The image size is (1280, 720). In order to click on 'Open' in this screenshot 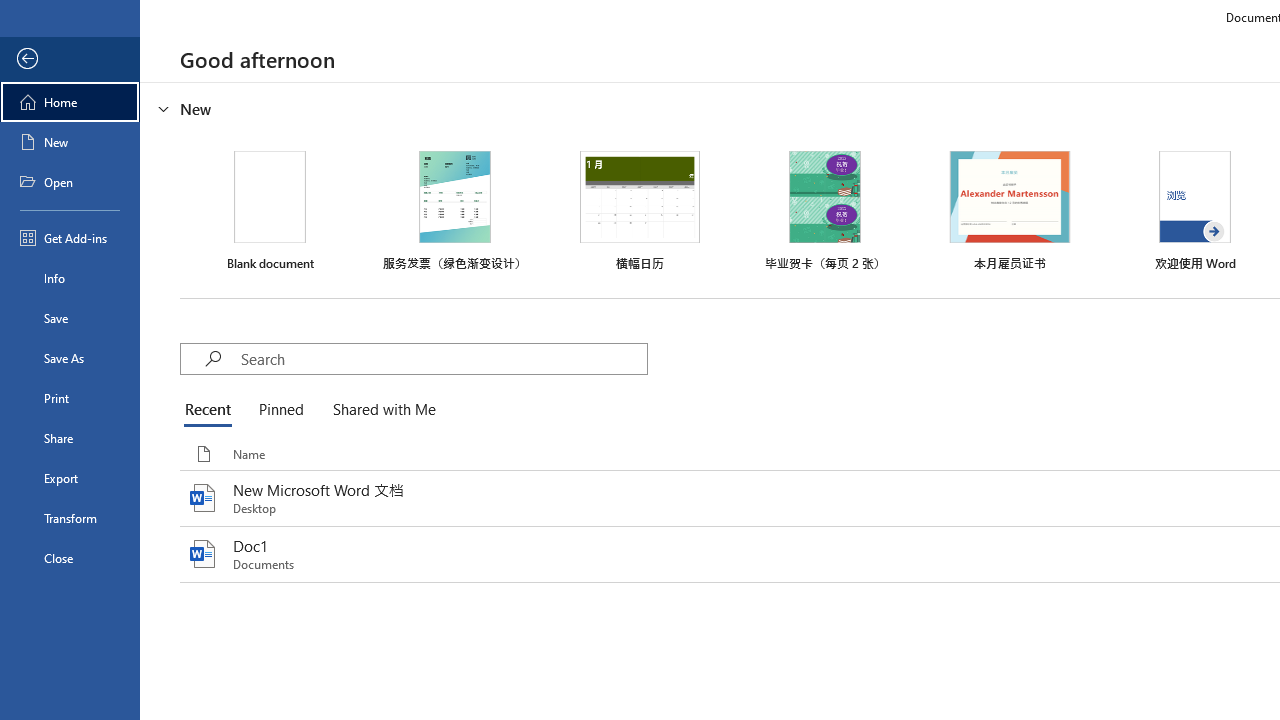, I will do `click(69, 182)`.